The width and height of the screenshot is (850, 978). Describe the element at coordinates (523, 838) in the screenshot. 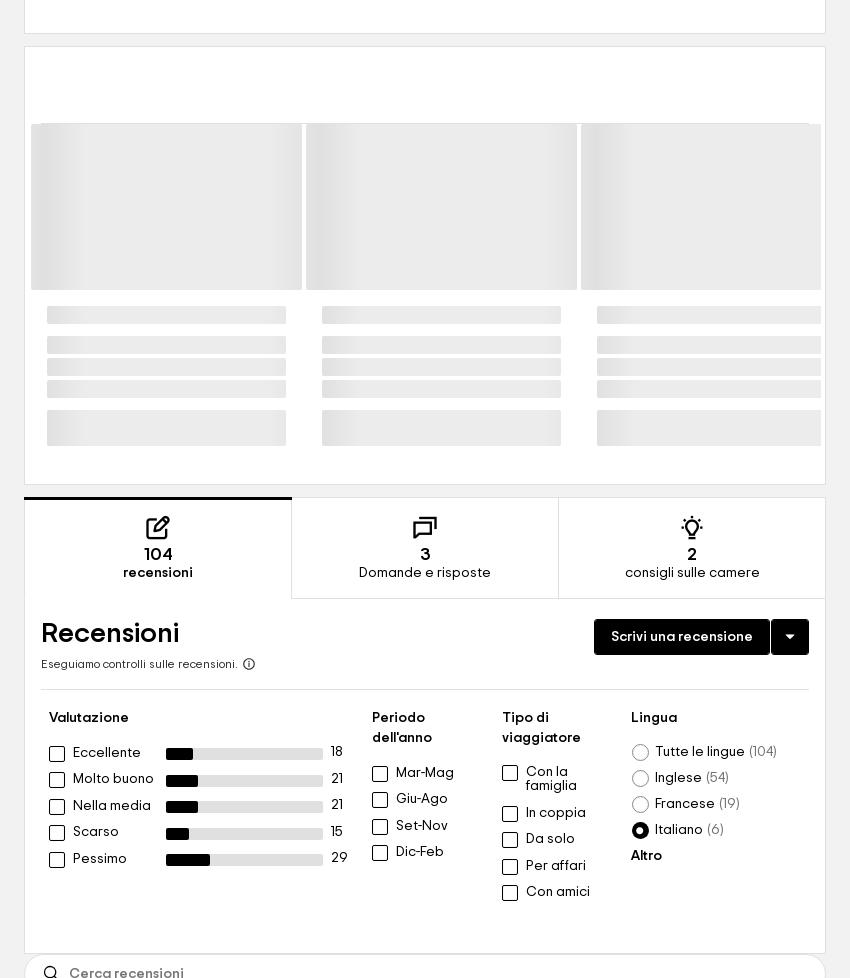

I see `'Da solo'` at that location.